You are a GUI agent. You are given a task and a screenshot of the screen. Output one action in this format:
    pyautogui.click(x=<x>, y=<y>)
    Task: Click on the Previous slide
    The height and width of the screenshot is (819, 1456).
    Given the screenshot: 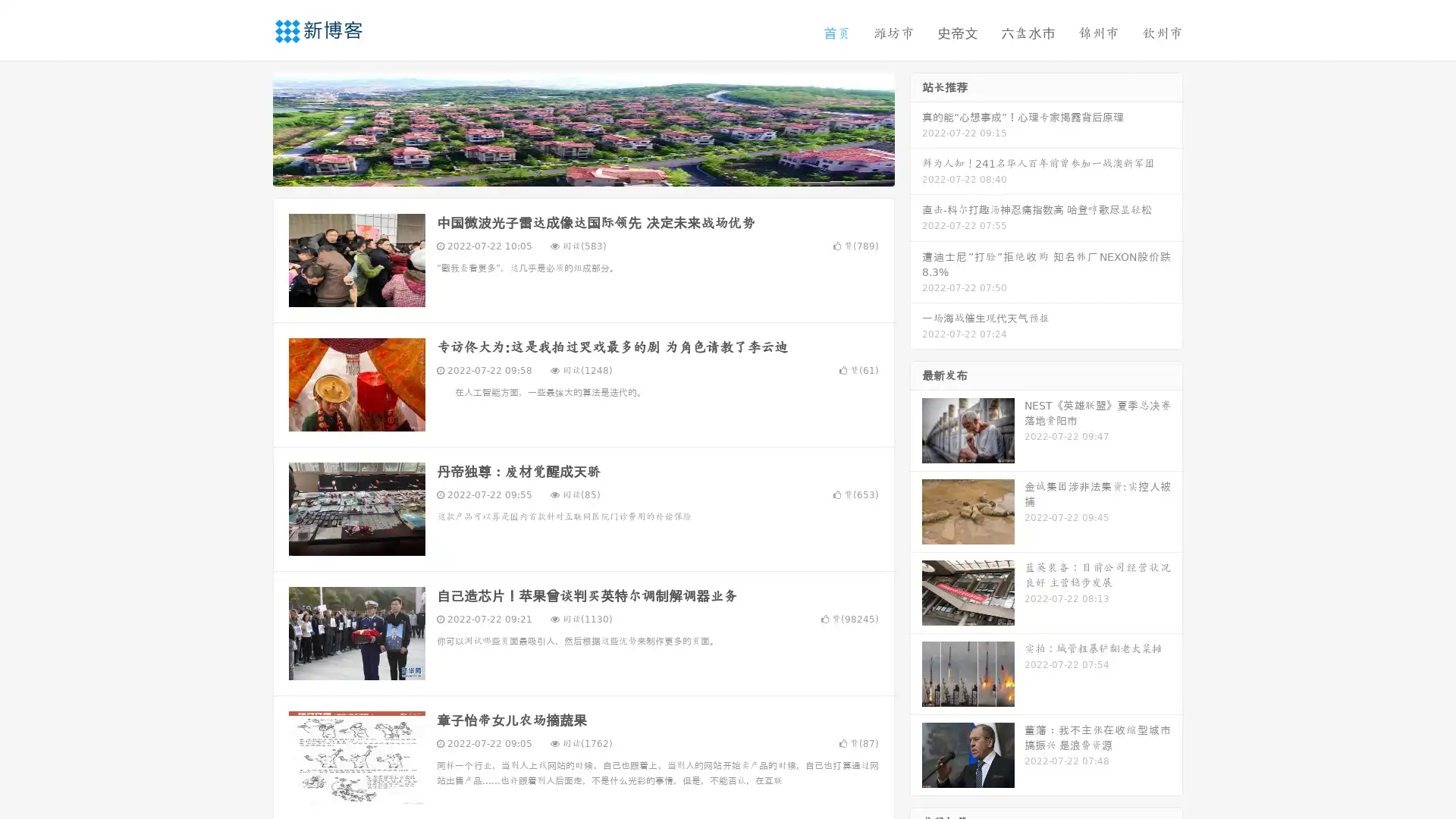 What is the action you would take?
    pyautogui.click(x=250, y=127)
    